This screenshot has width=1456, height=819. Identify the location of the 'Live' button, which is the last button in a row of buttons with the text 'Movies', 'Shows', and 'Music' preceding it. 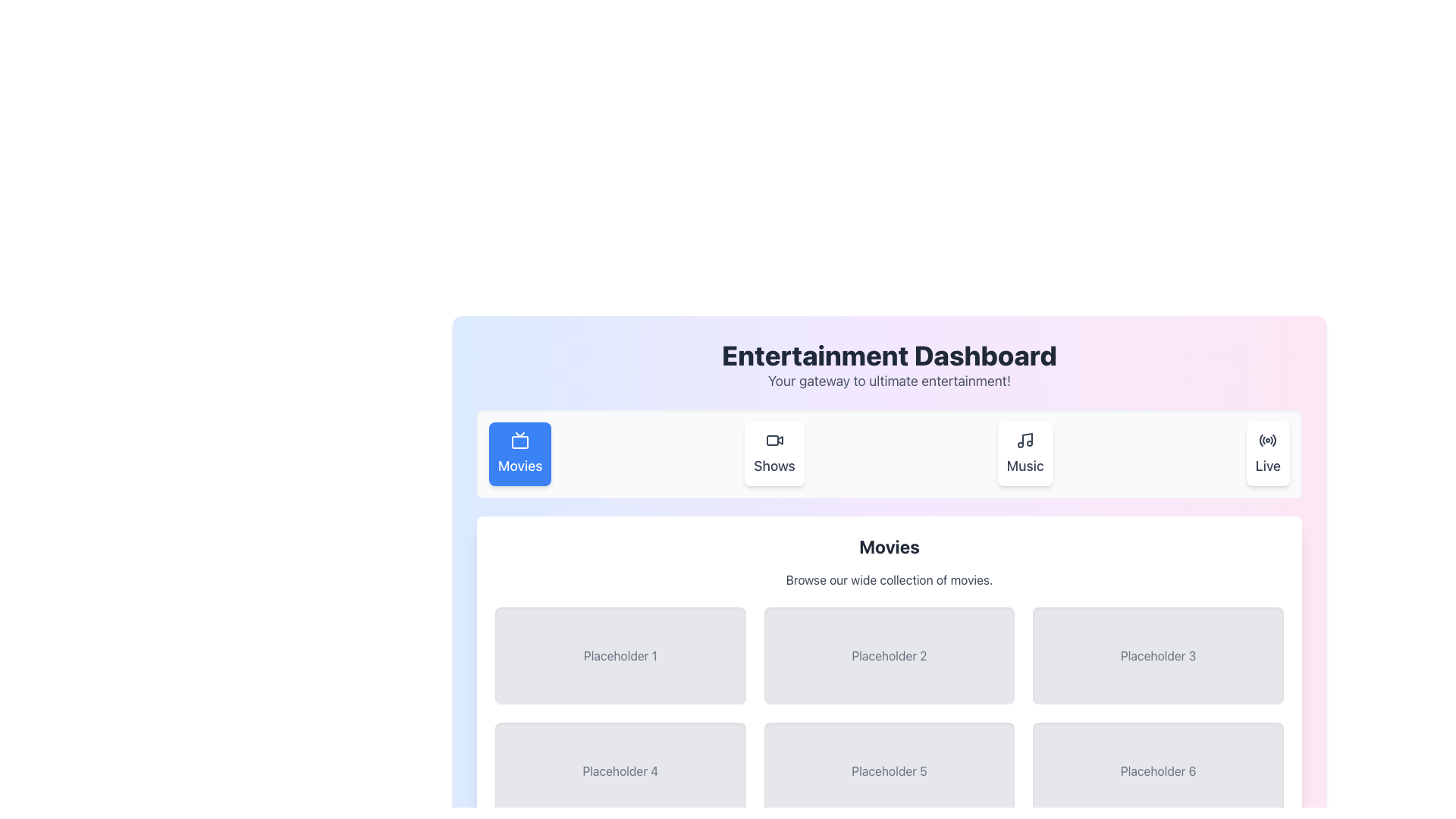
(1268, 453).